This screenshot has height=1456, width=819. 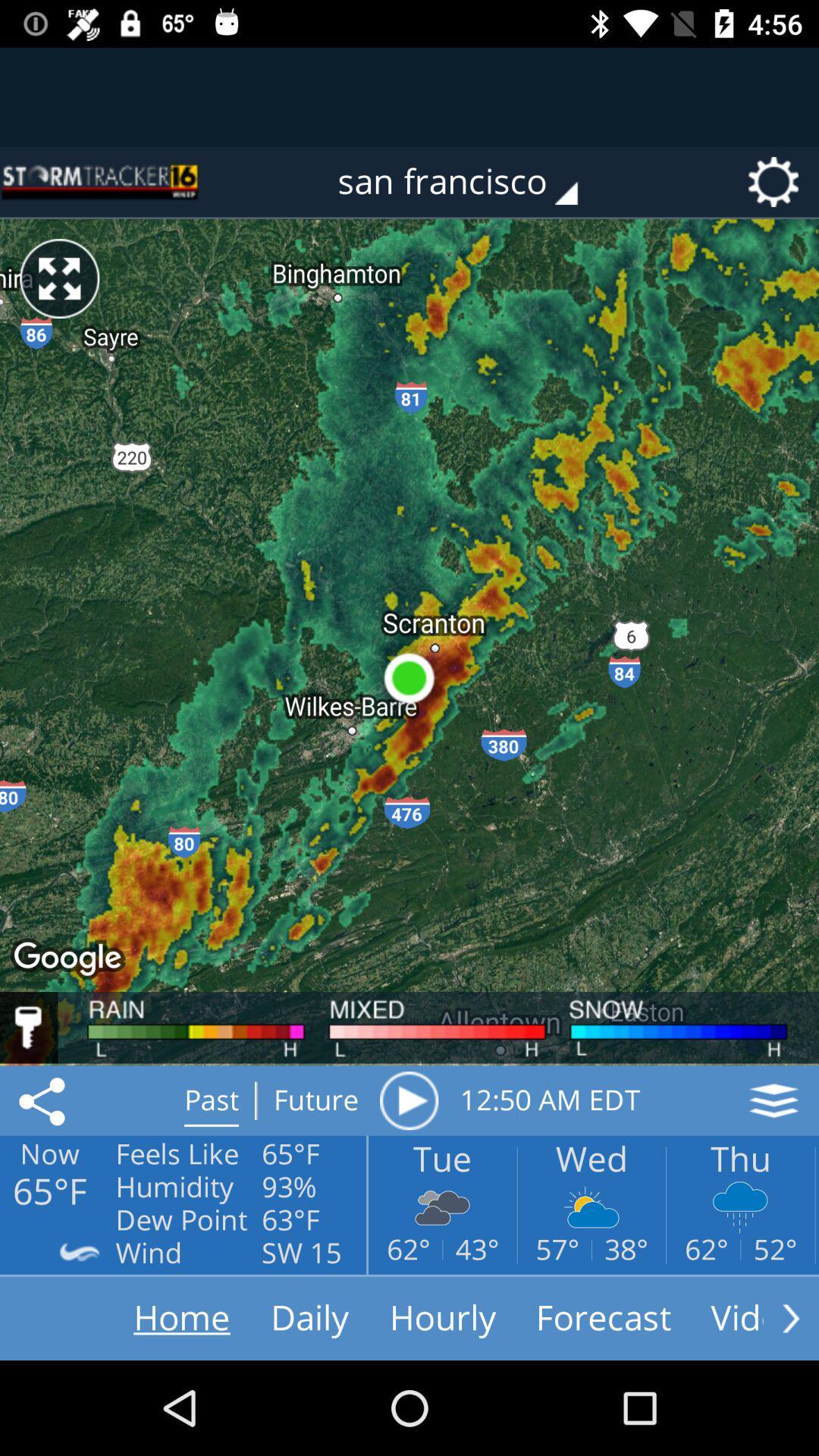 What do you see at coordinates (408, 1100) in the screenshot?
I see `the icon to the left of the 12 50 am` at bounding box center [408, 1100].